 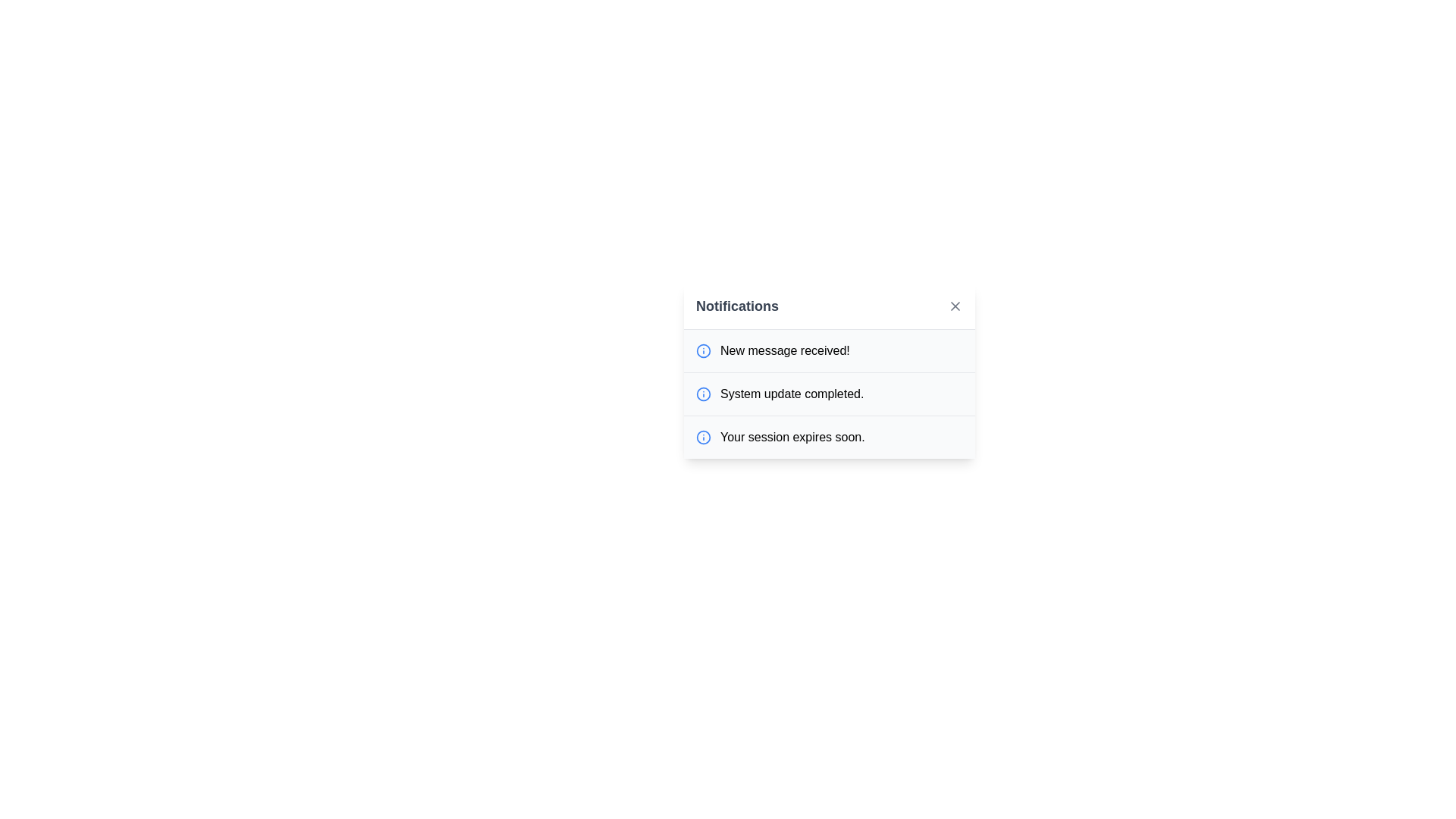 I want to click on text content of the notification label that displays 'New message received!' located to the right of the information icon in the notification panel, so click(x=785, y=350).